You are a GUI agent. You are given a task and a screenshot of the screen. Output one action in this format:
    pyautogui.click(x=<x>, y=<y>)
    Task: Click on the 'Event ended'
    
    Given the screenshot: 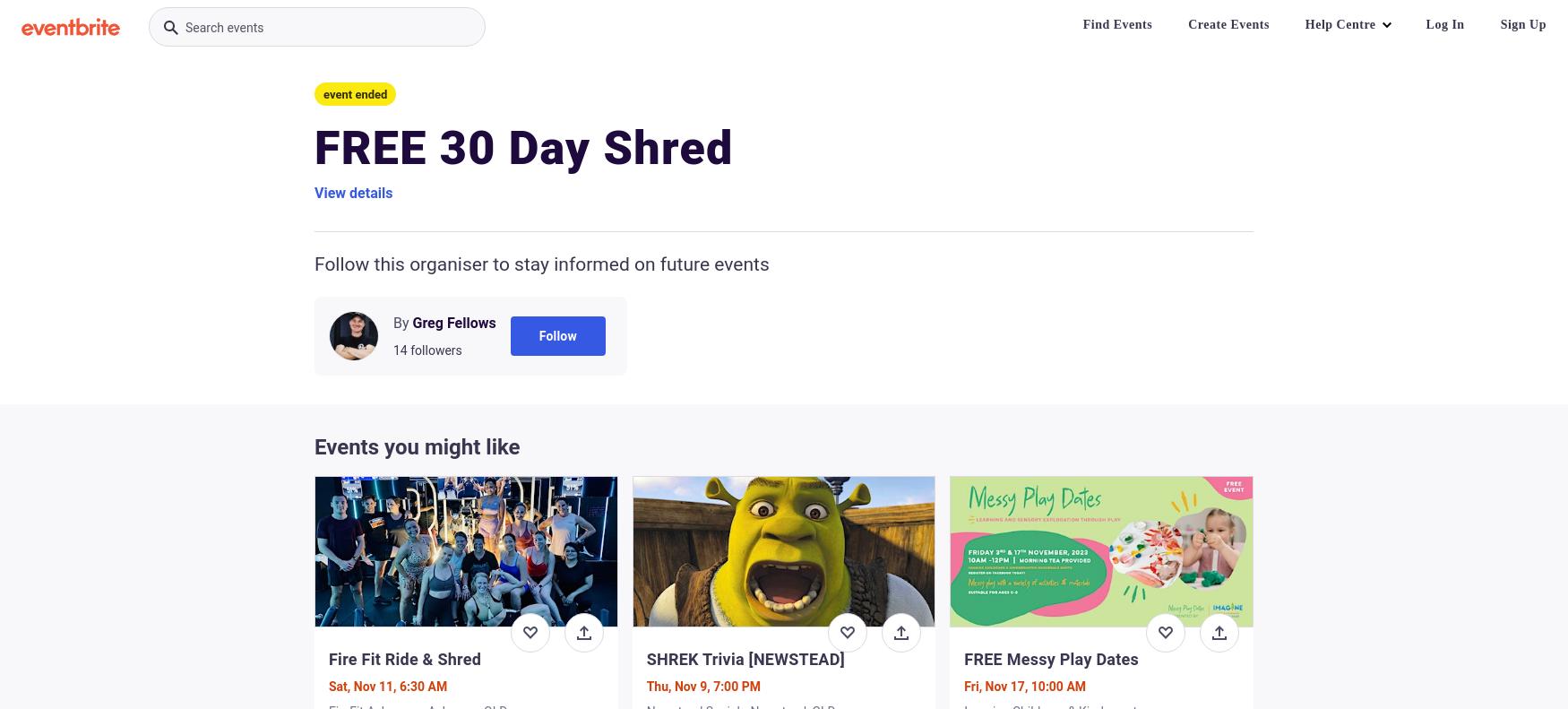 What is the action you would take?
    pyautogui.click(x=354, y=94)
    